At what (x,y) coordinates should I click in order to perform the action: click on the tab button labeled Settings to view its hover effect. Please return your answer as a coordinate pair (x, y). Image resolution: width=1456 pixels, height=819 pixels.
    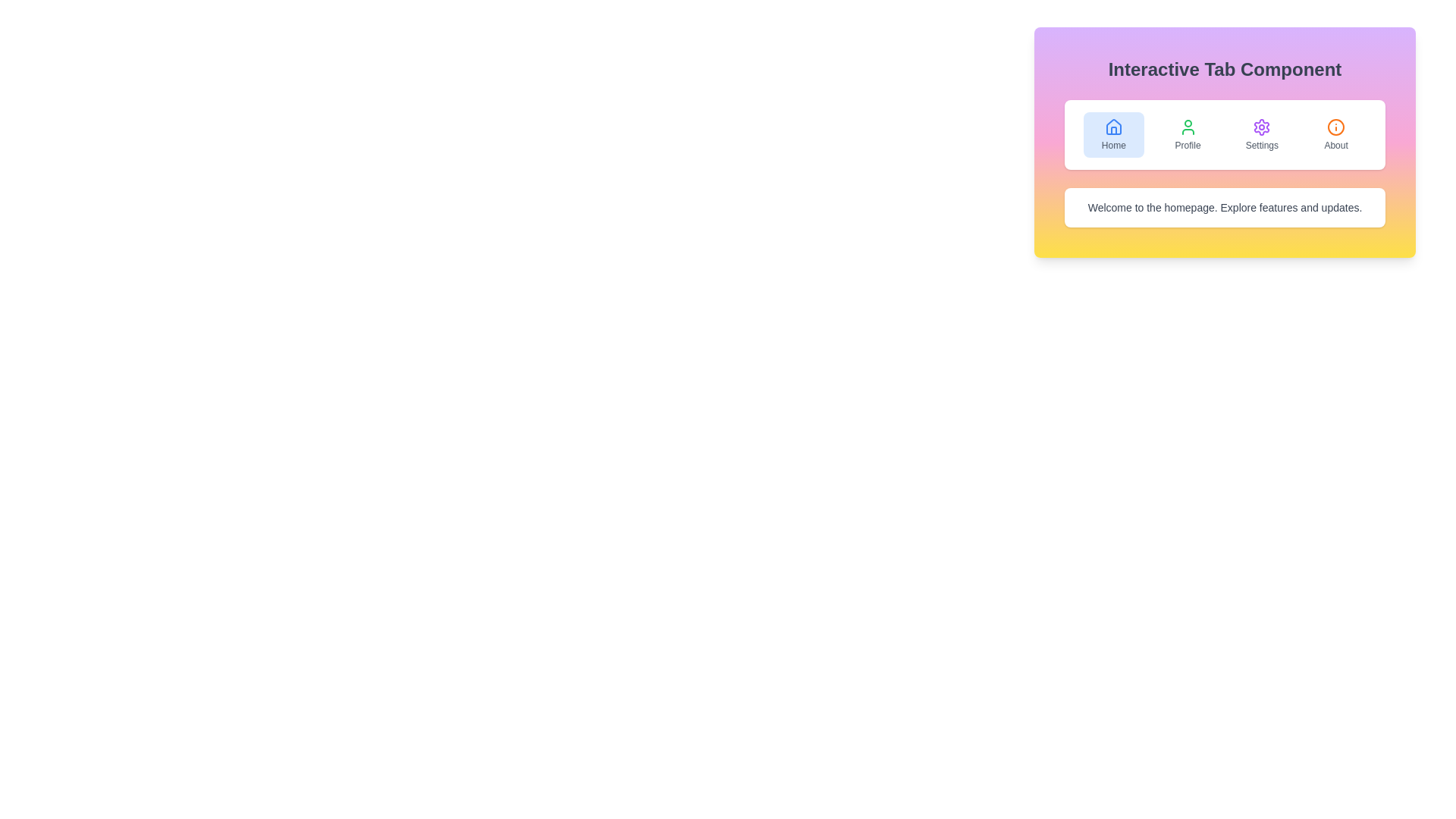
    Looking at the image, I should click on (1262, 133).